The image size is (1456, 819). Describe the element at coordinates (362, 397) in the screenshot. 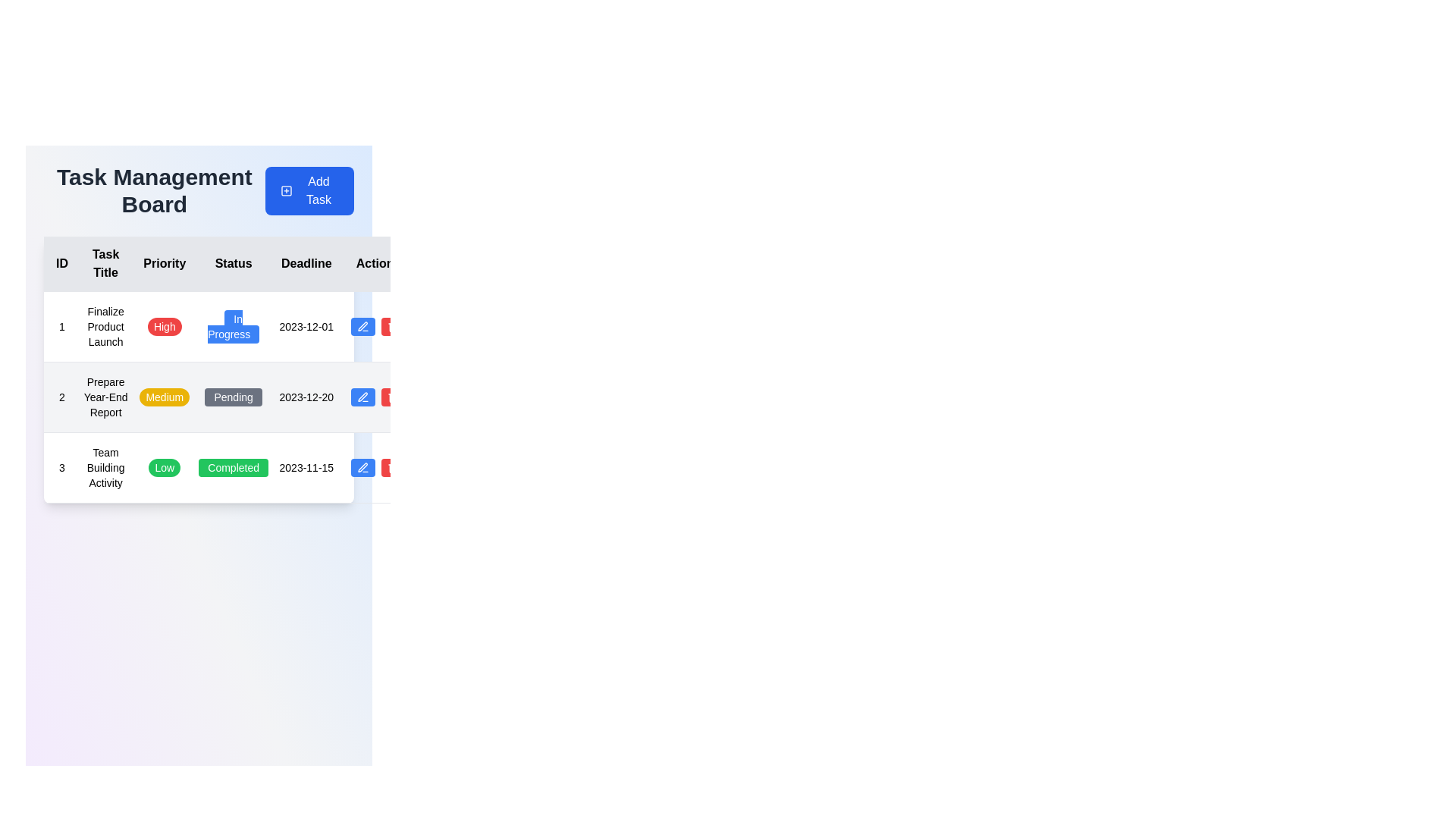

I see `the pen icon in the 'Actions' column of the second row` at that location.